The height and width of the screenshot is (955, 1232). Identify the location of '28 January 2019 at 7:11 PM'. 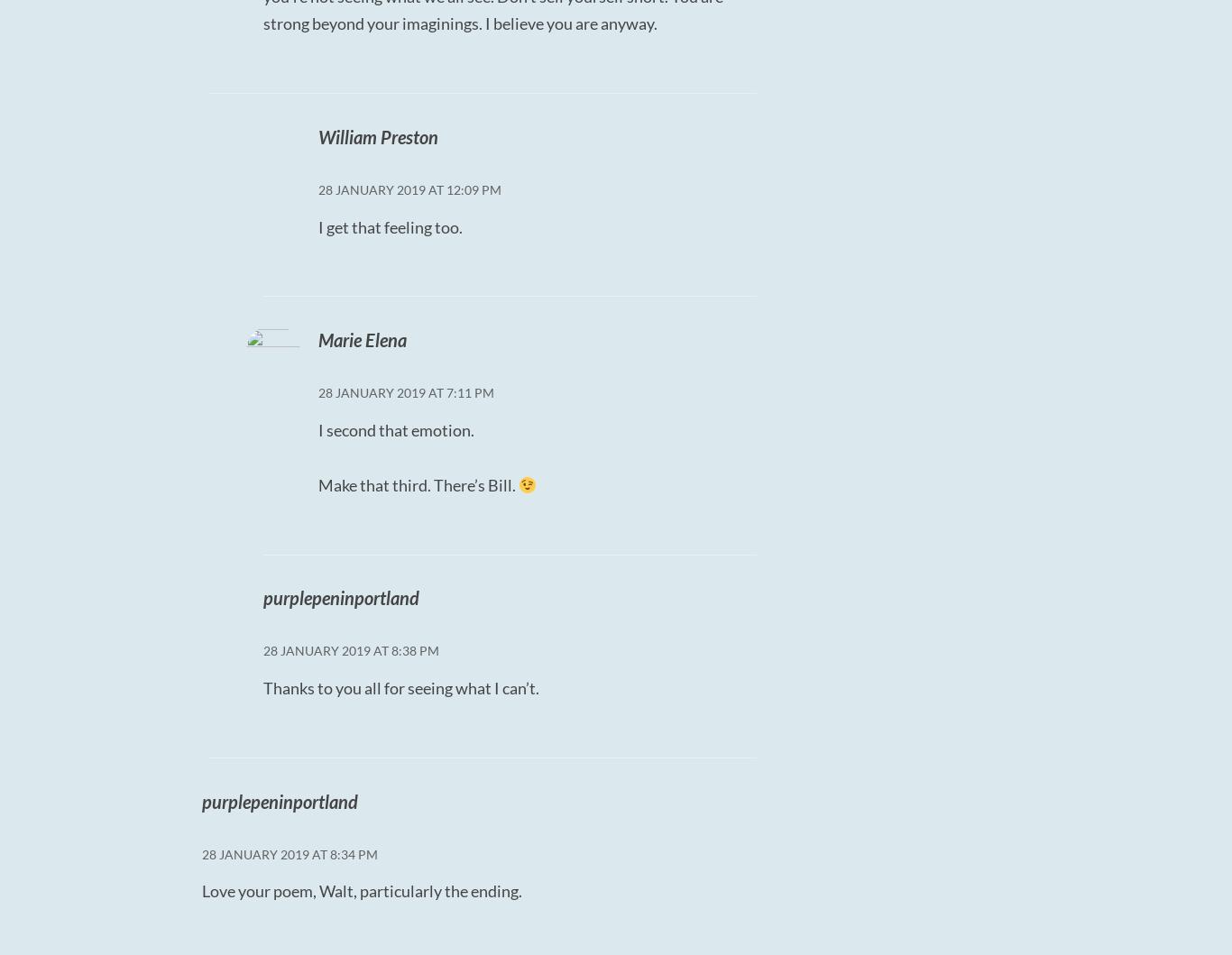
(404, 391).